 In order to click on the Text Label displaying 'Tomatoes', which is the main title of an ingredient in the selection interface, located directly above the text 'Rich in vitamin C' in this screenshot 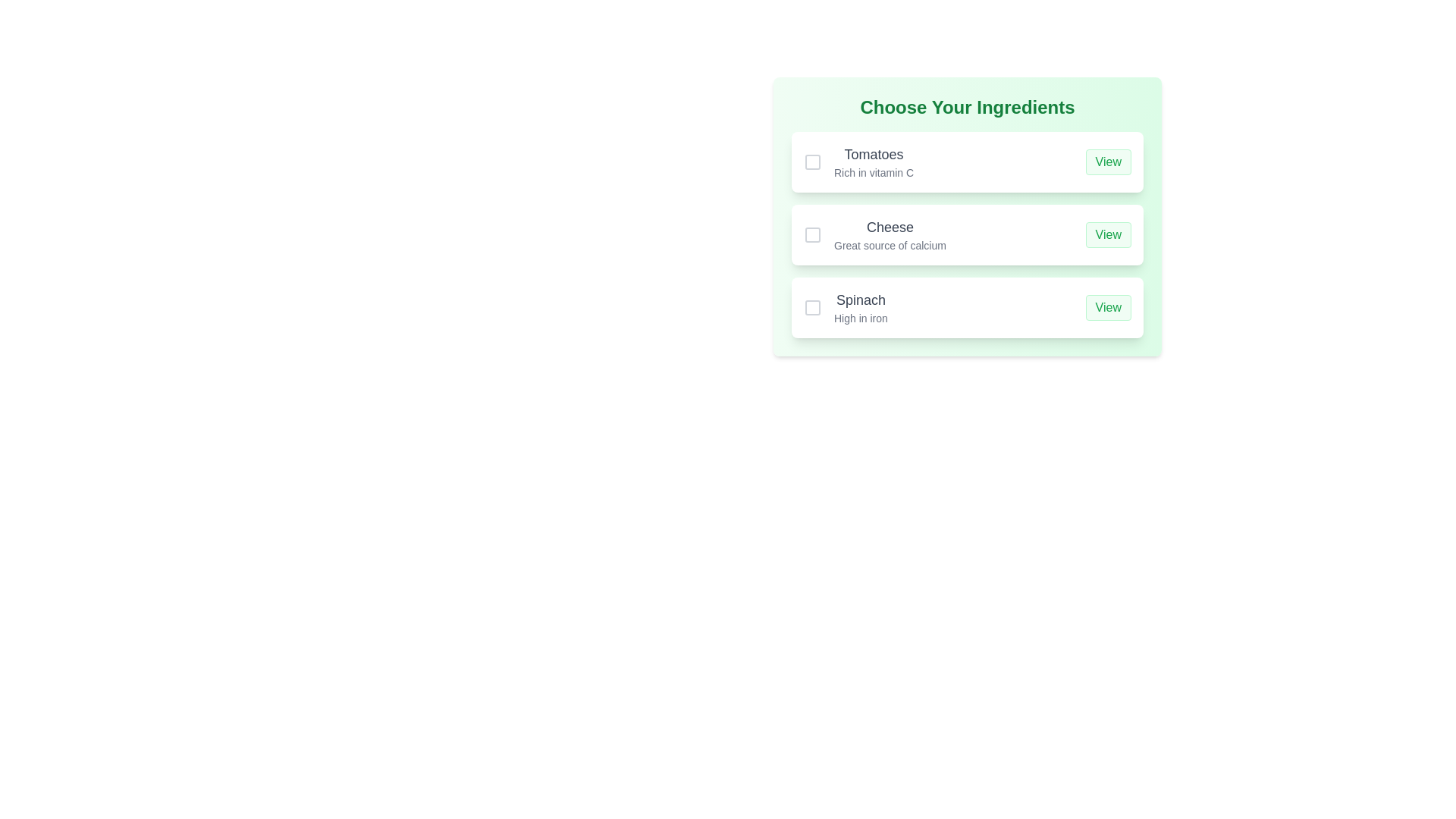, I will do `click(874, 155)`.